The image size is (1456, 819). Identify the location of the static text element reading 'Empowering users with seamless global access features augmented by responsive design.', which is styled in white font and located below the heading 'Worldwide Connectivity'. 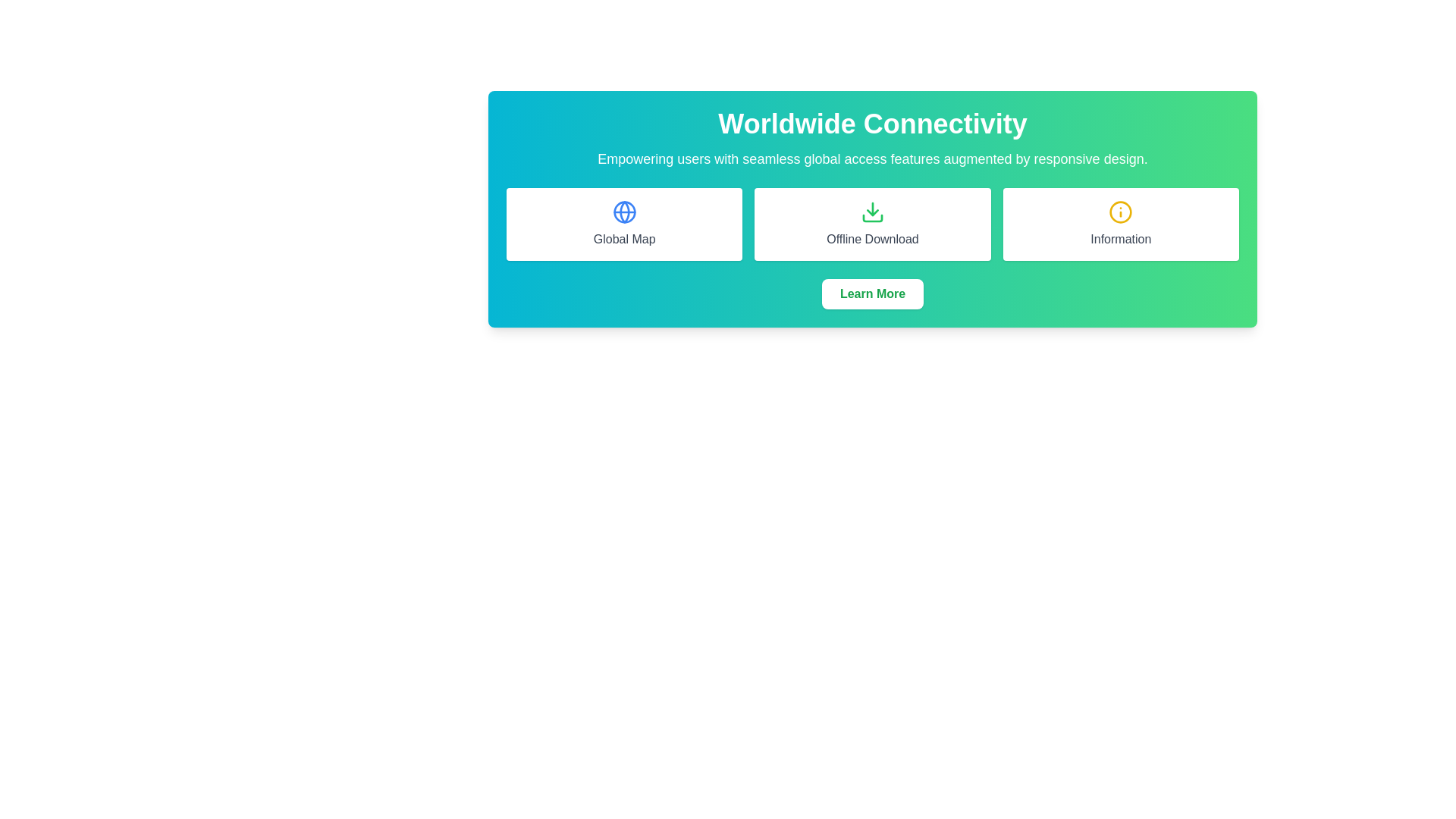
(873, 158).